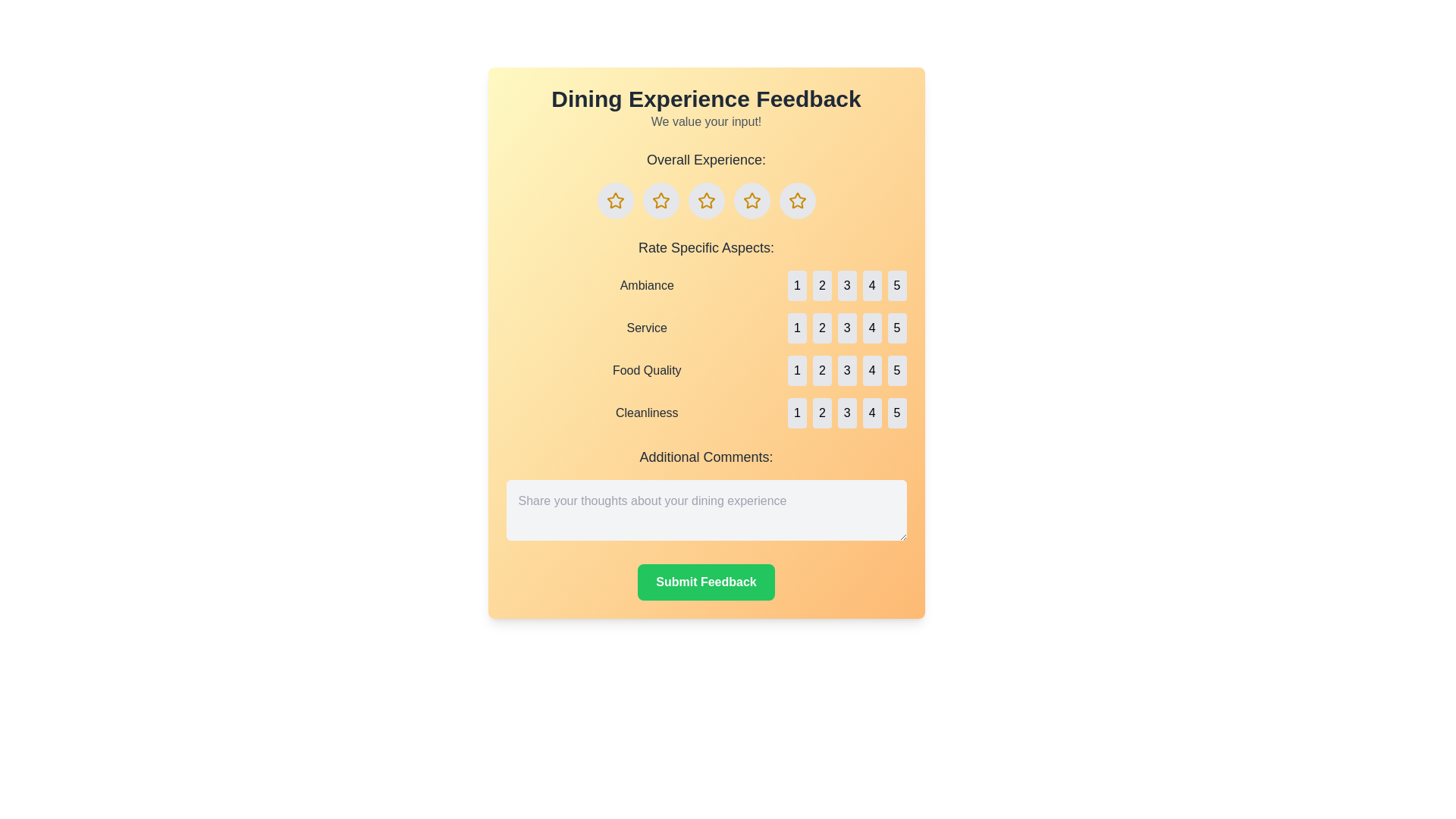  What do you see at coordinates (796, 371) in the screenshot?
I see `the first button labeled '1' in the 'Food Quality' row of the 'Rate Specific Aspects' section` at bounding box center [796, 371].